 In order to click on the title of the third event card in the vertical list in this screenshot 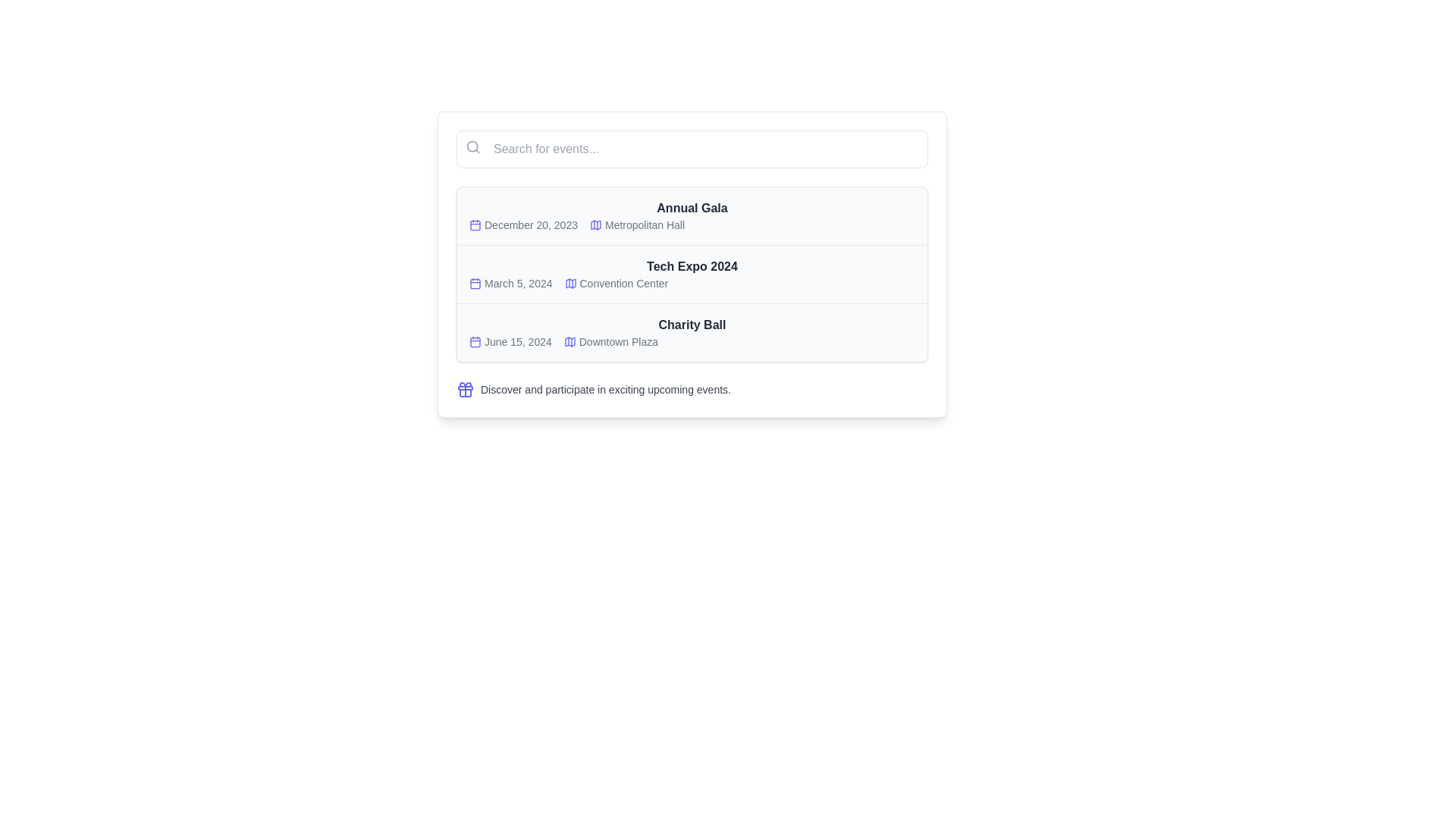, I will do `click(691, 331)`.